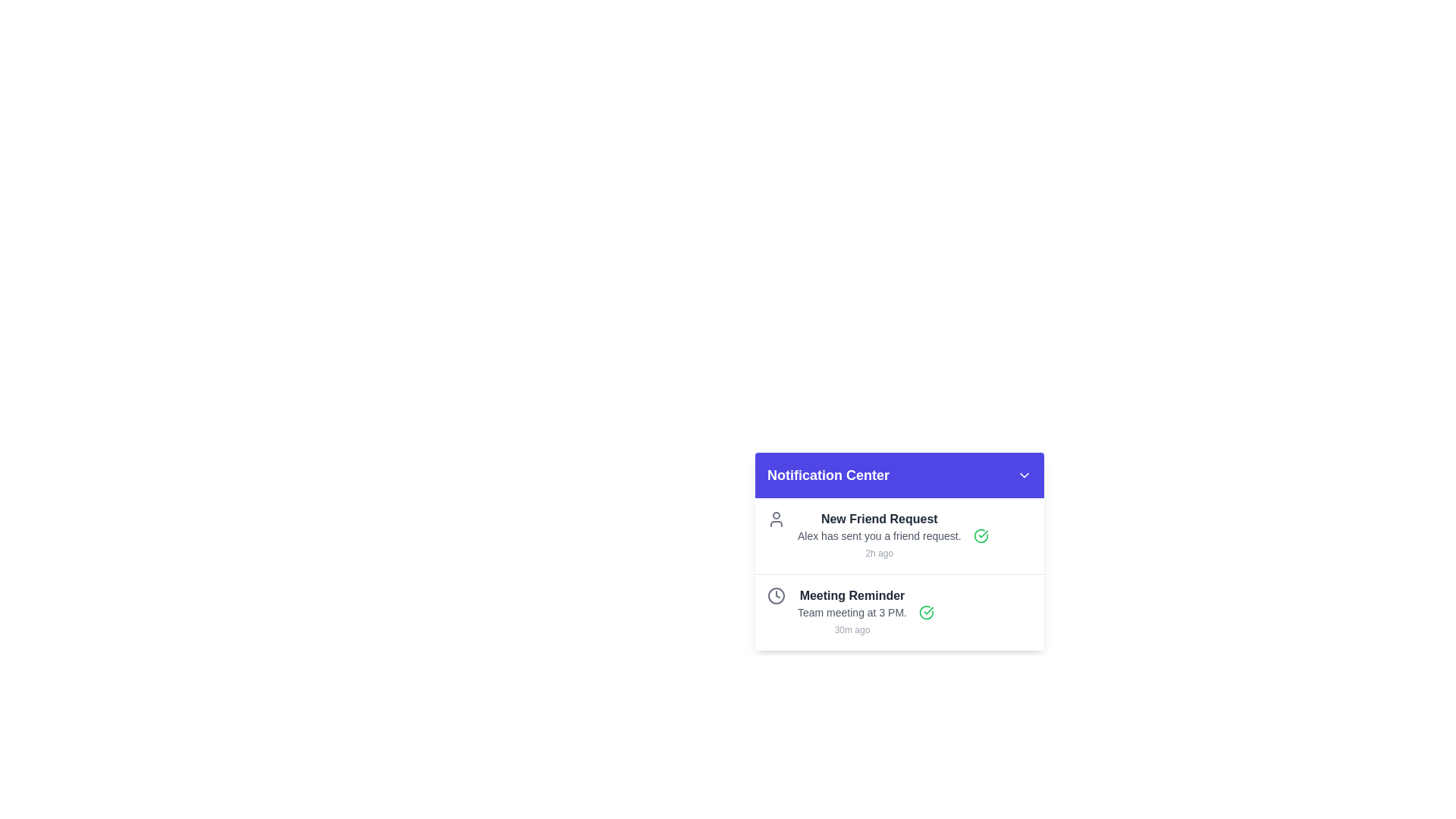  Describe the element at coordinates (879, 553) in the screenshot. I see `the small text label displaying '2h ago', which indicates the time elapsed for the notification titled 'New Friend Request'` at that location.